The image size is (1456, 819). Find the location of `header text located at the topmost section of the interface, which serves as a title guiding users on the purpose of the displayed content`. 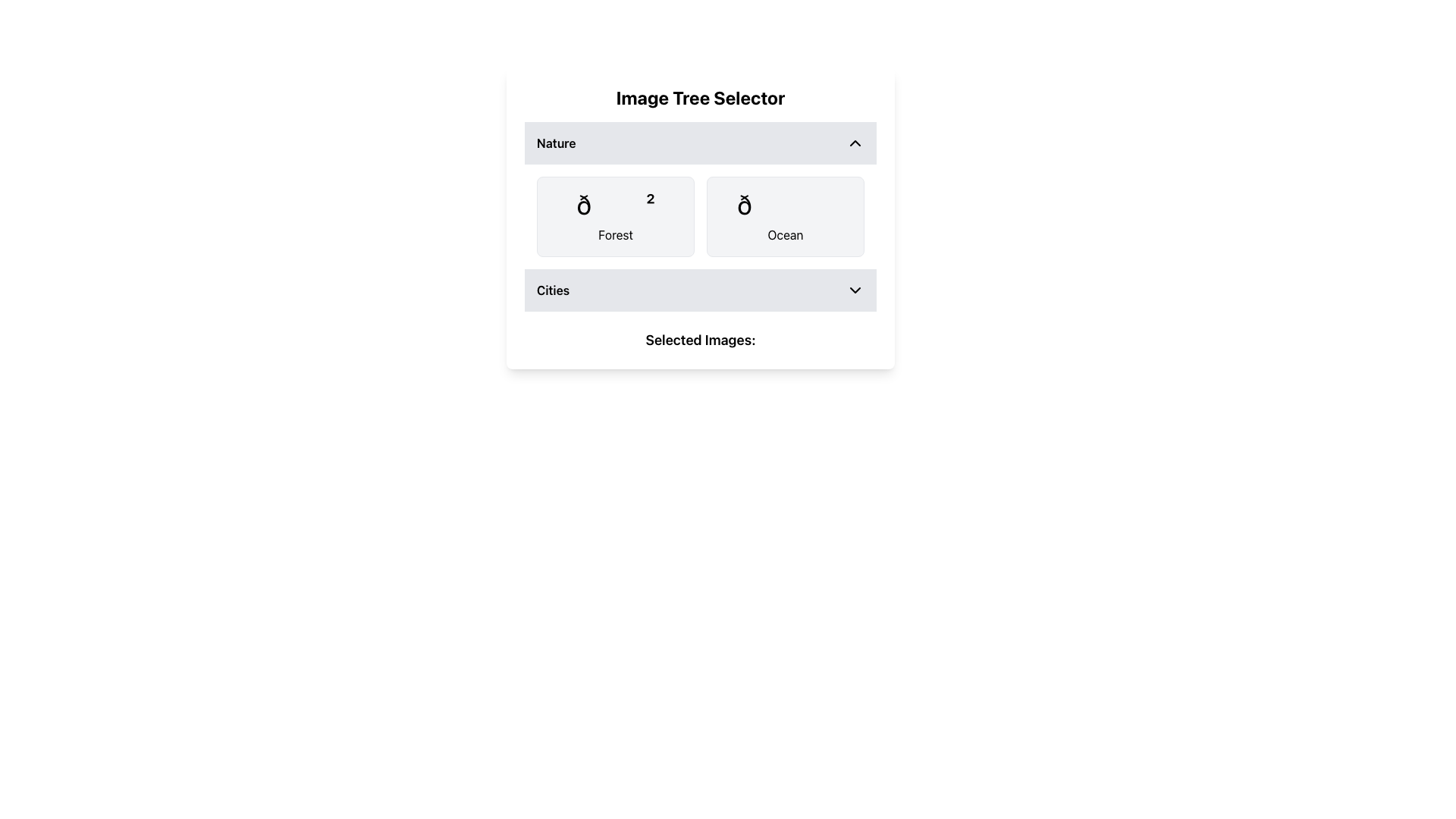

header text located at the topmost section of the interface, which serves as a title guiding users on the purpose of the displayed content is located at coordinates (700, 97).